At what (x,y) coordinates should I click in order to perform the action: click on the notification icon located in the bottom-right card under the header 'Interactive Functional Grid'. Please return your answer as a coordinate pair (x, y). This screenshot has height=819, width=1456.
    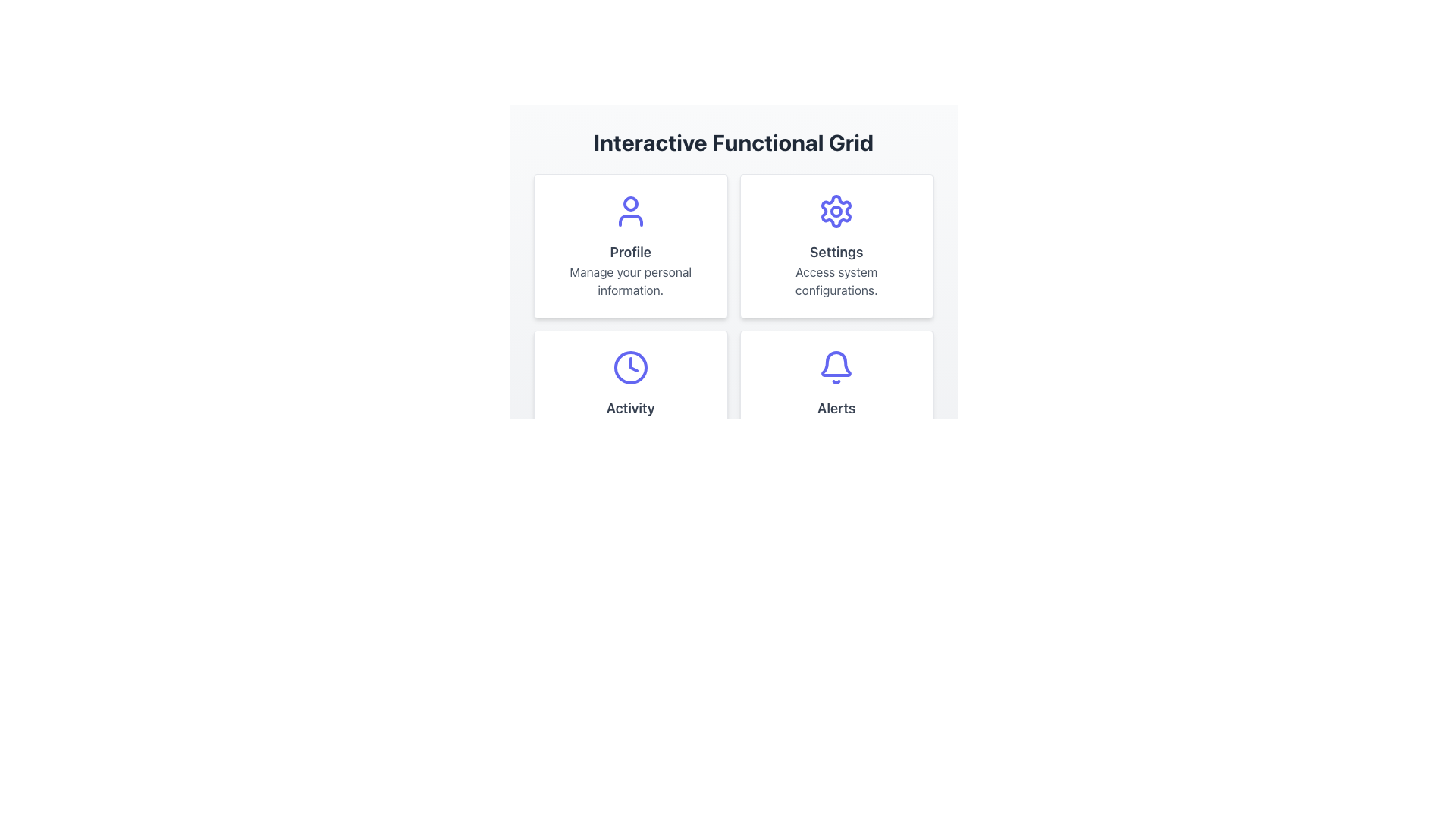
    Looking at the image, I should click on (836, 363).